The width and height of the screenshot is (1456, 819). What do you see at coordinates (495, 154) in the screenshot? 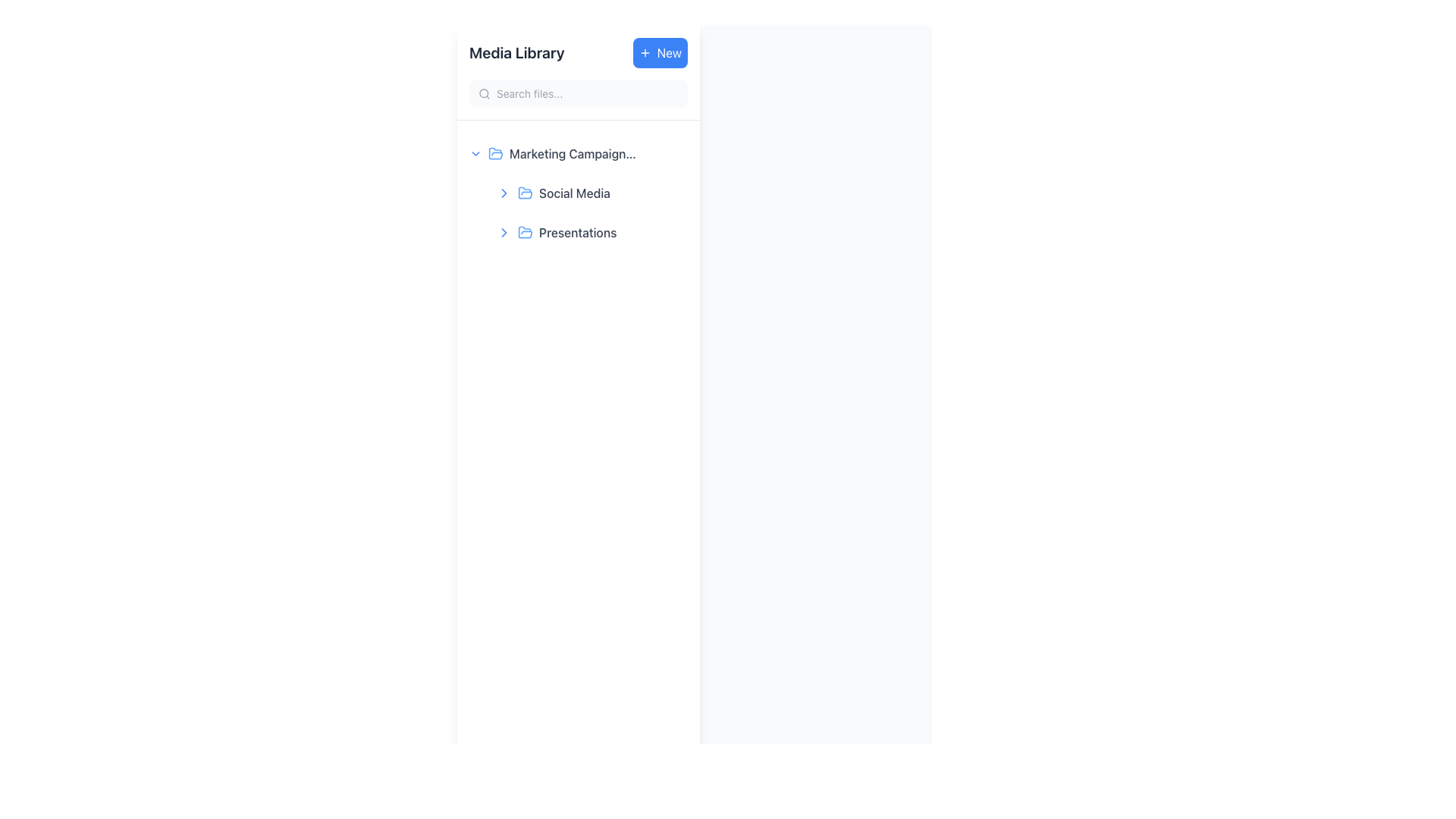
I see `the open folder icon, which is positioned to the right of the downward arrow icon and before the label 'Marketing Campaign 2024'` at bounding box center [495, 154].